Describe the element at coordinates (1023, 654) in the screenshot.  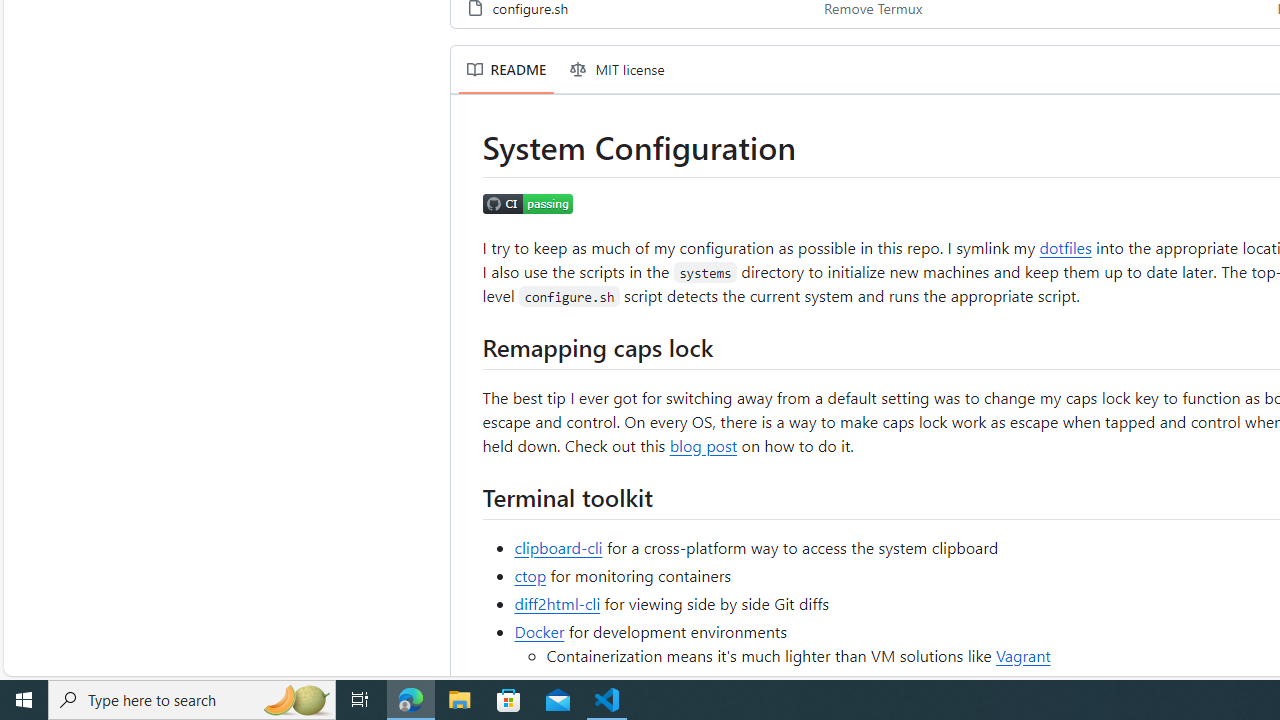
I see `'Vagrant'` at that location.